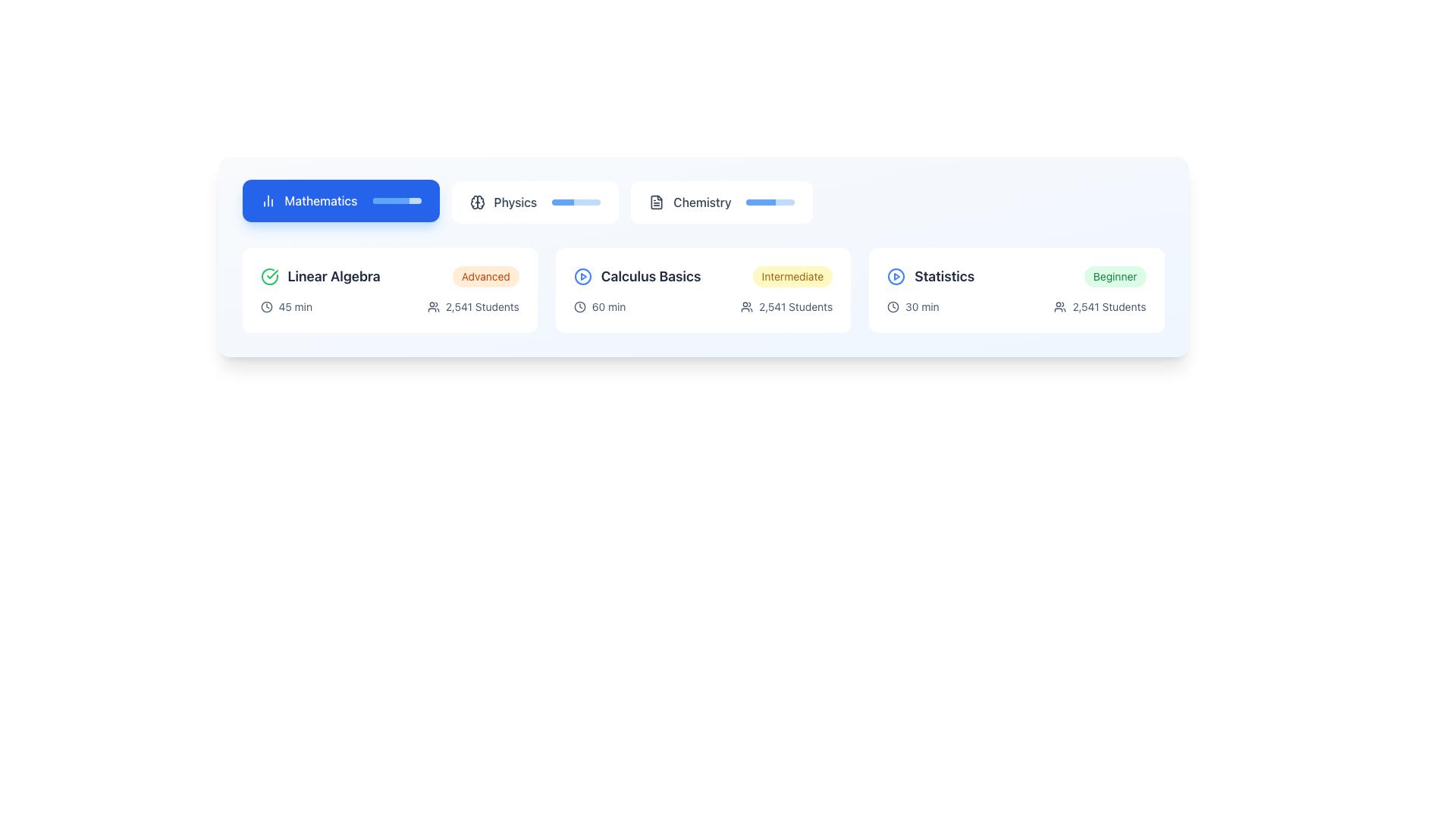 This screenshot has width=1456, height=819. Describe the element at coordinates (702, 290) in the screenshot. I see `the 'Calculus Basics' course card in the course selection interface, which provides an overview including the course name, difficulty, duration, and number of enrolled students` at that location.